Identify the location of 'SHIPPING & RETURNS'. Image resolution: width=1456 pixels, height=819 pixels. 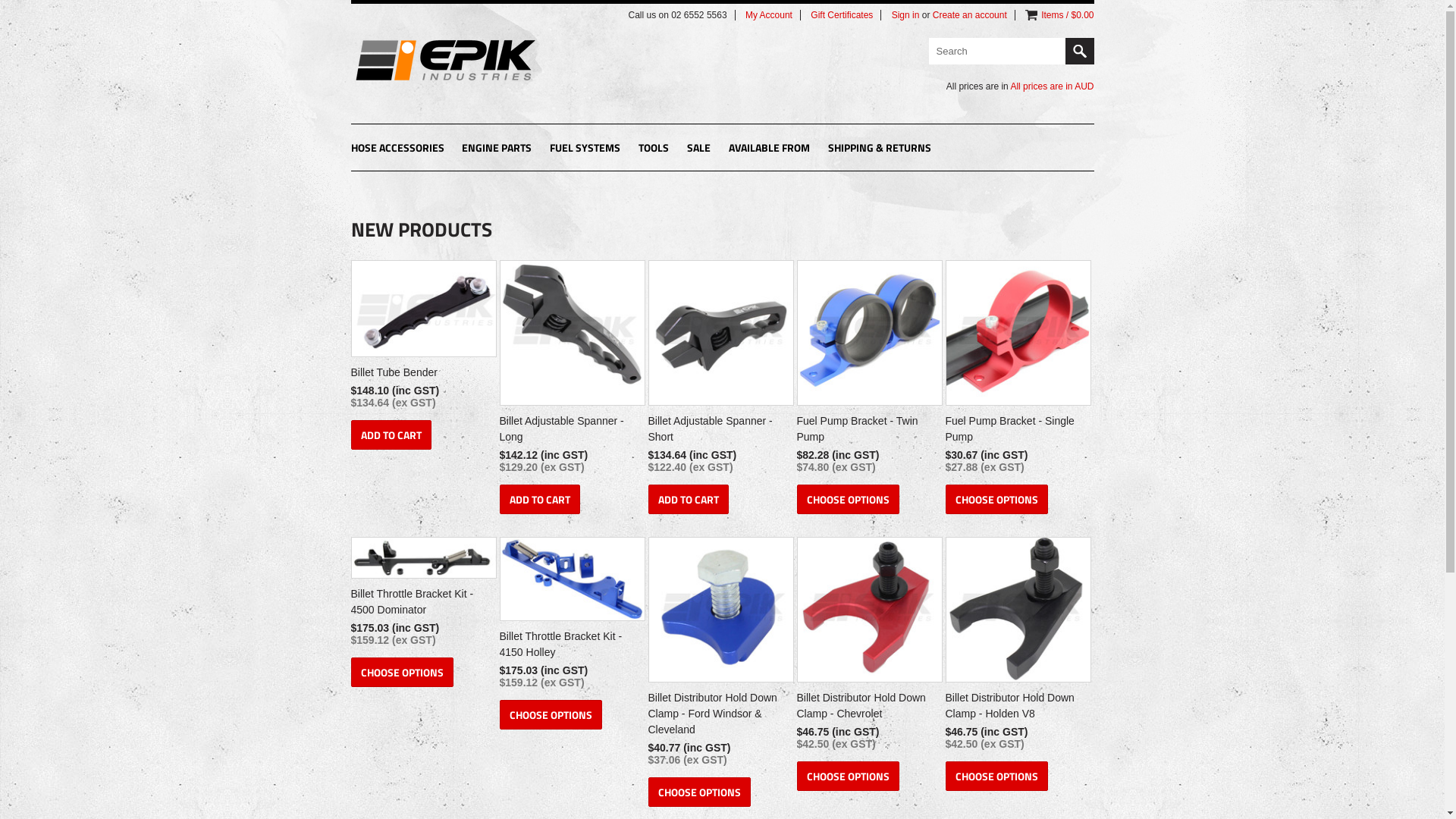
(880, 149).